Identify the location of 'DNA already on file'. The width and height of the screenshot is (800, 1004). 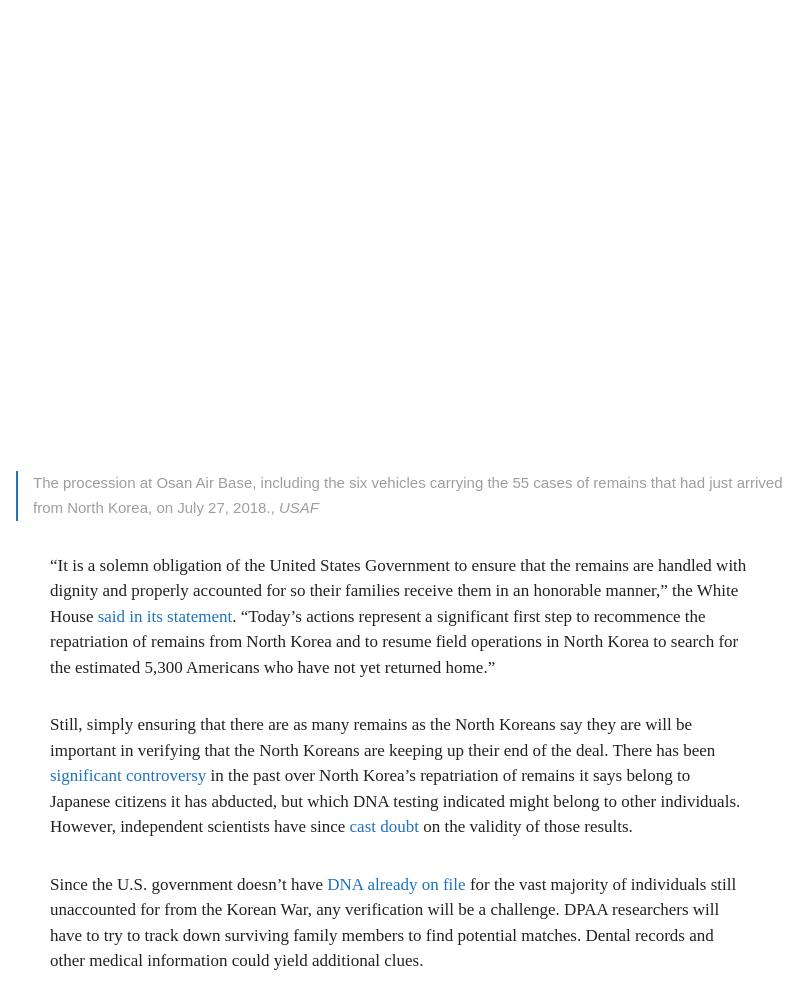
(395, 882).